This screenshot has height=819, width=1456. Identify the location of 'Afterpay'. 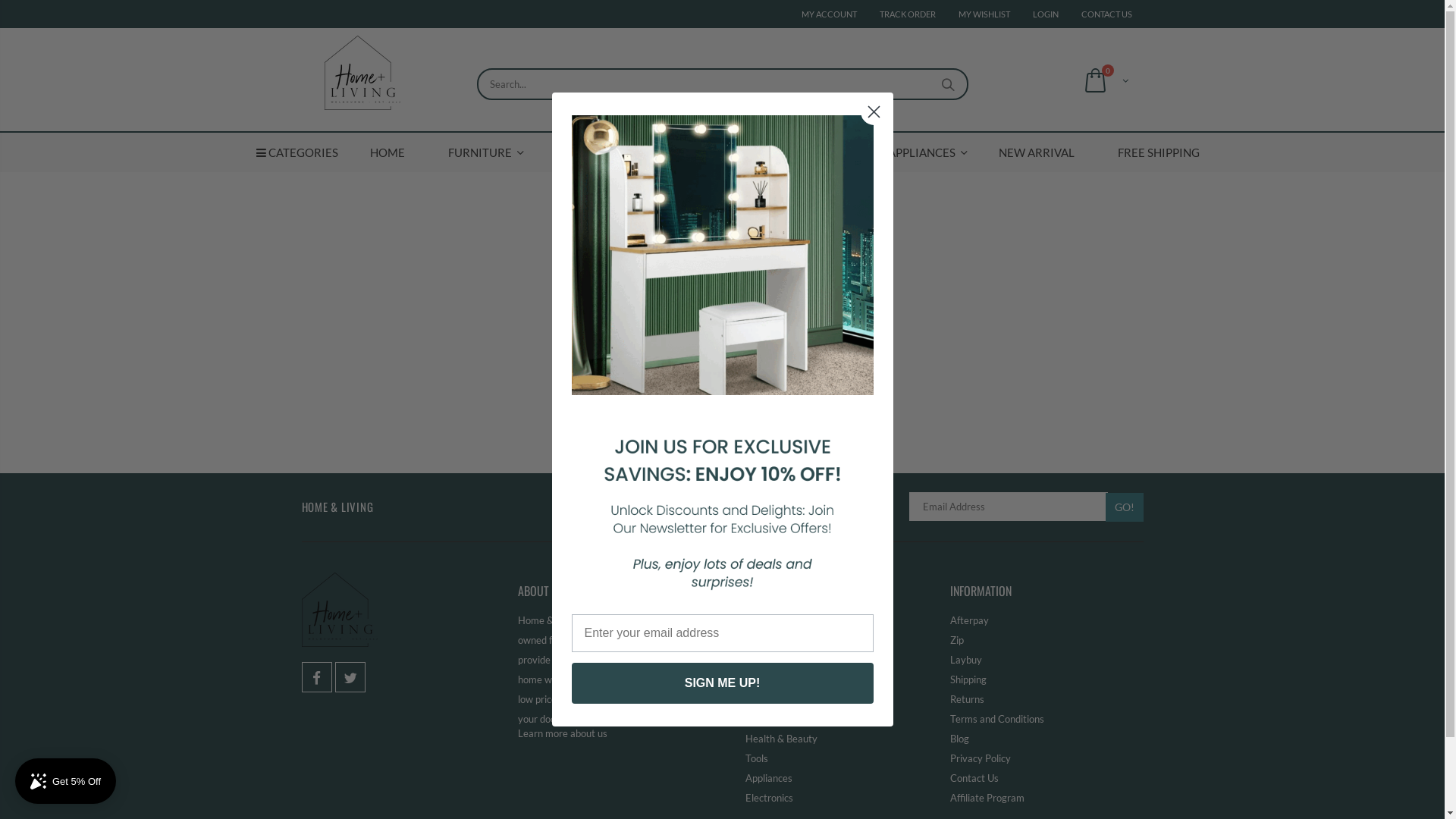
(968, 620).